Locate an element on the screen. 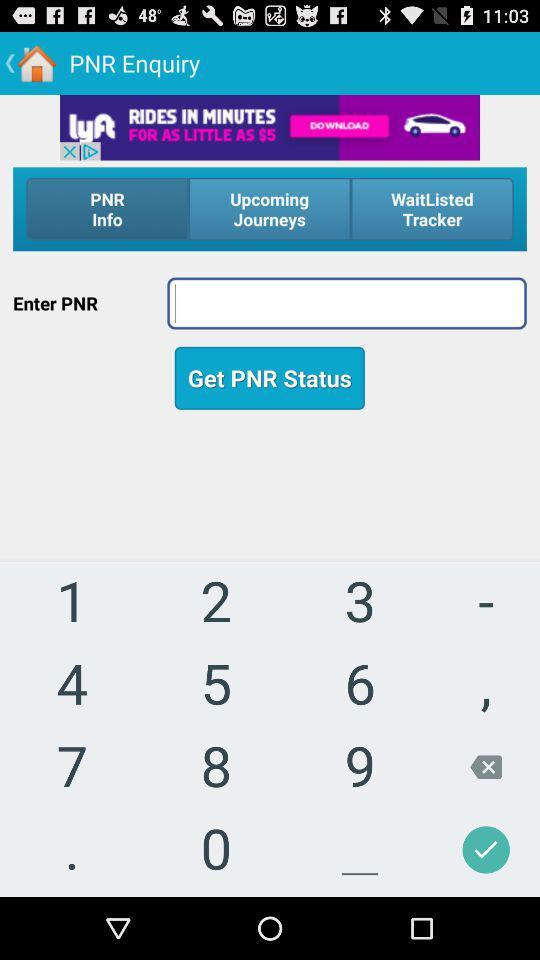 The height and width of the screenshot is (960, 540). pnr is located at coordinates (346, 303).